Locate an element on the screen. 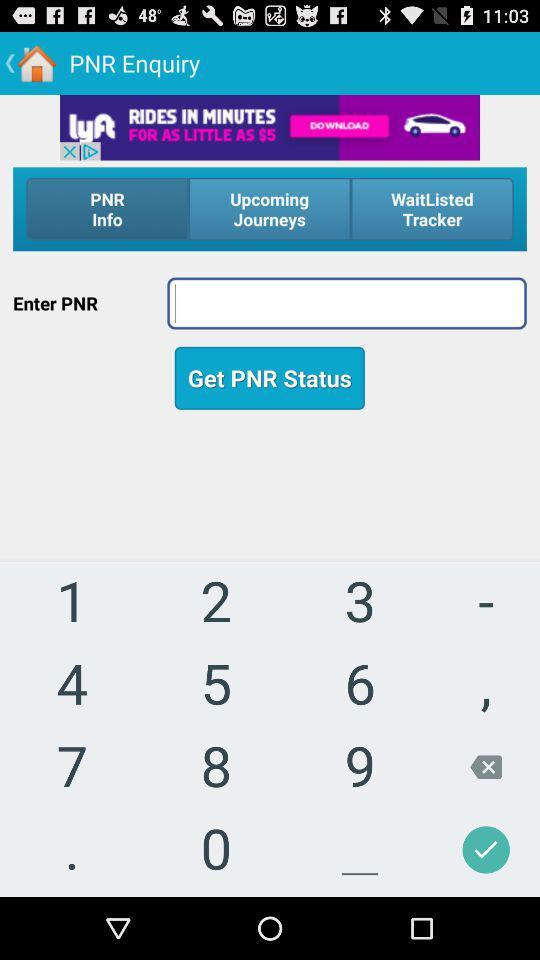 The height and width of the screenshot is (960, 540). pnr is located at coordinates (346, 303).